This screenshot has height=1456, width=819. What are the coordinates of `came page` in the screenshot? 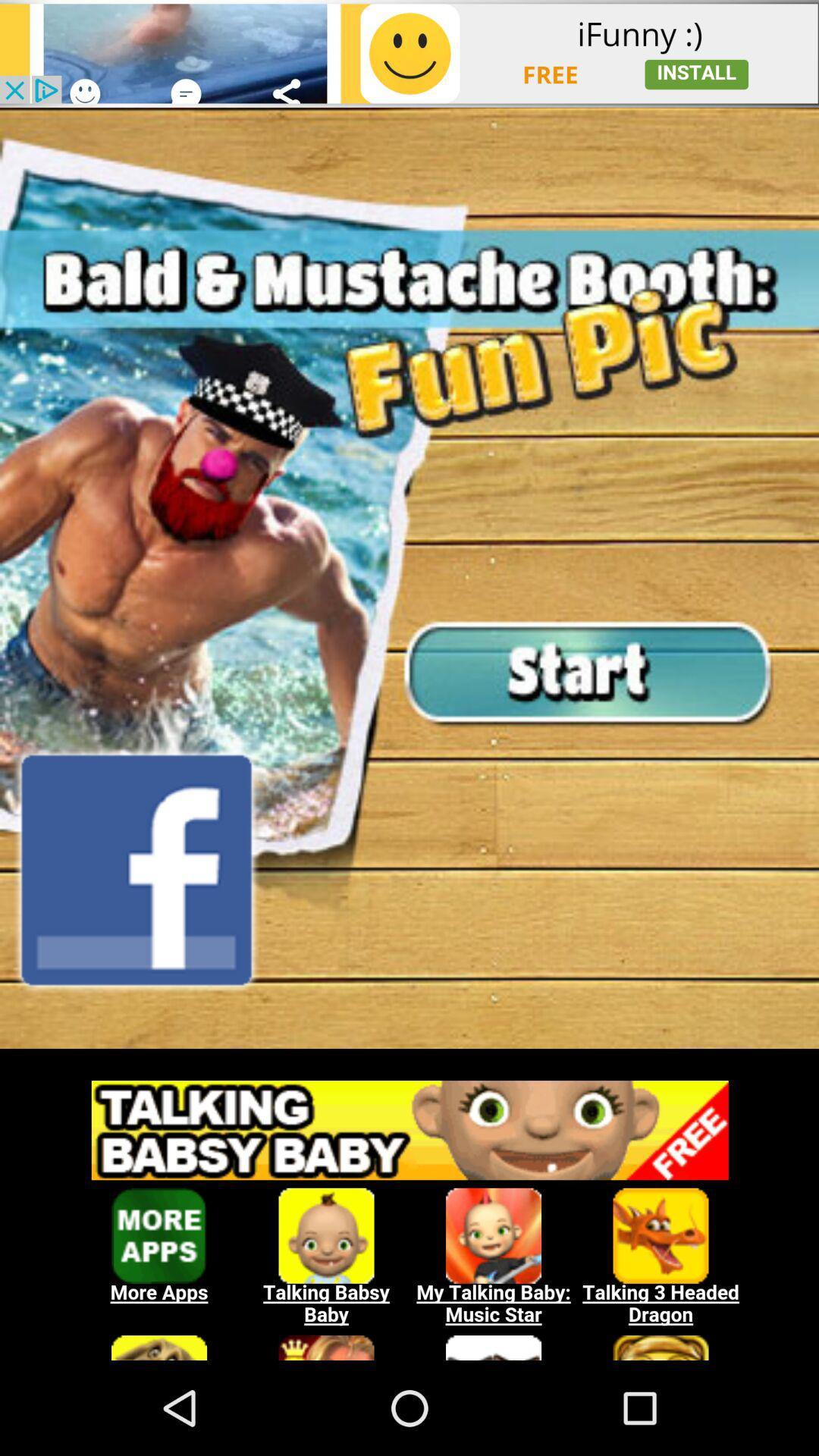 It's located at (409, 577).